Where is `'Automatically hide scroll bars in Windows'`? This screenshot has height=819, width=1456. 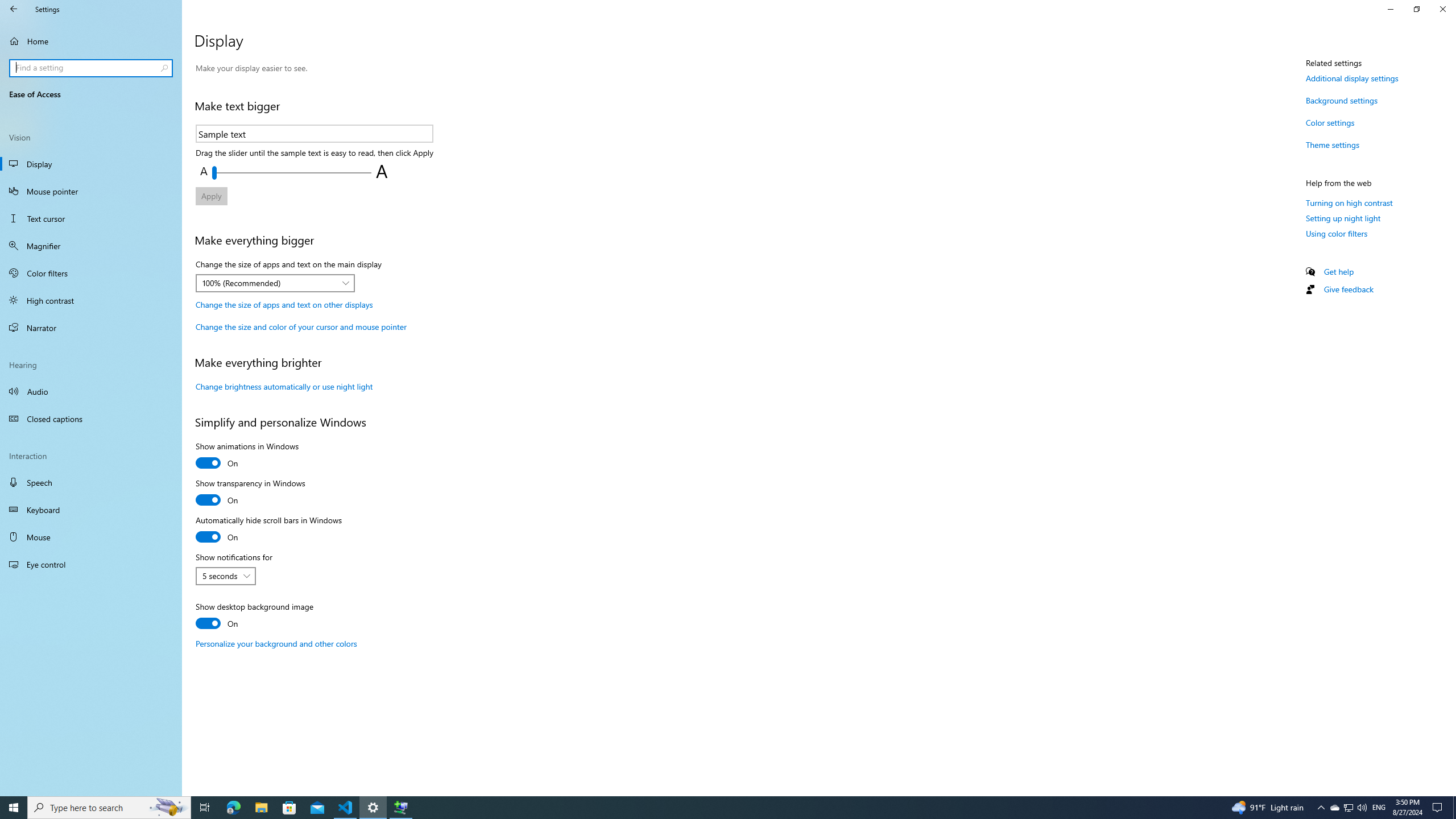
'Automatically hide scroll bars in Windows' is located at coordinates (268, 530).